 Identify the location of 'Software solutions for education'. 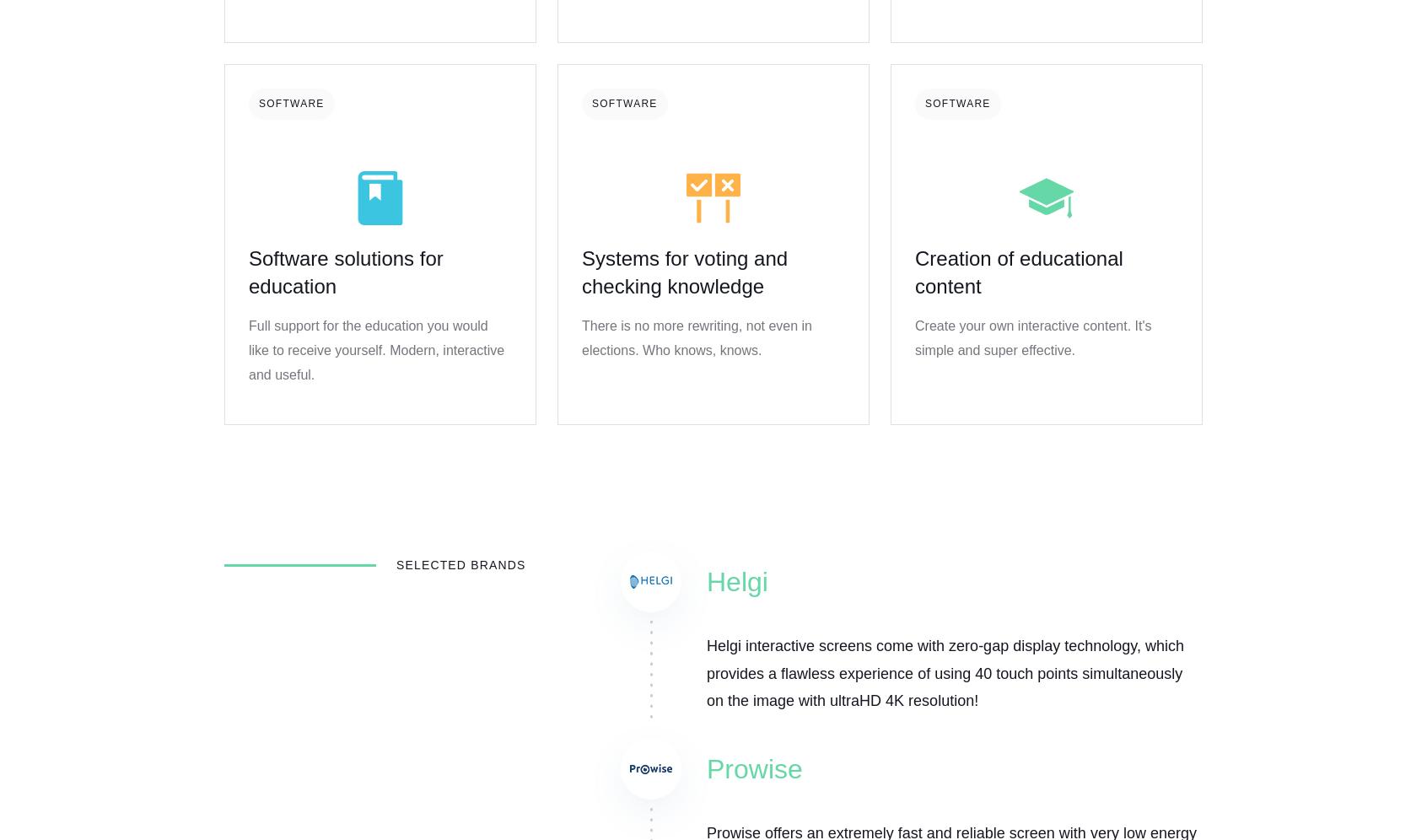
(345, 271).